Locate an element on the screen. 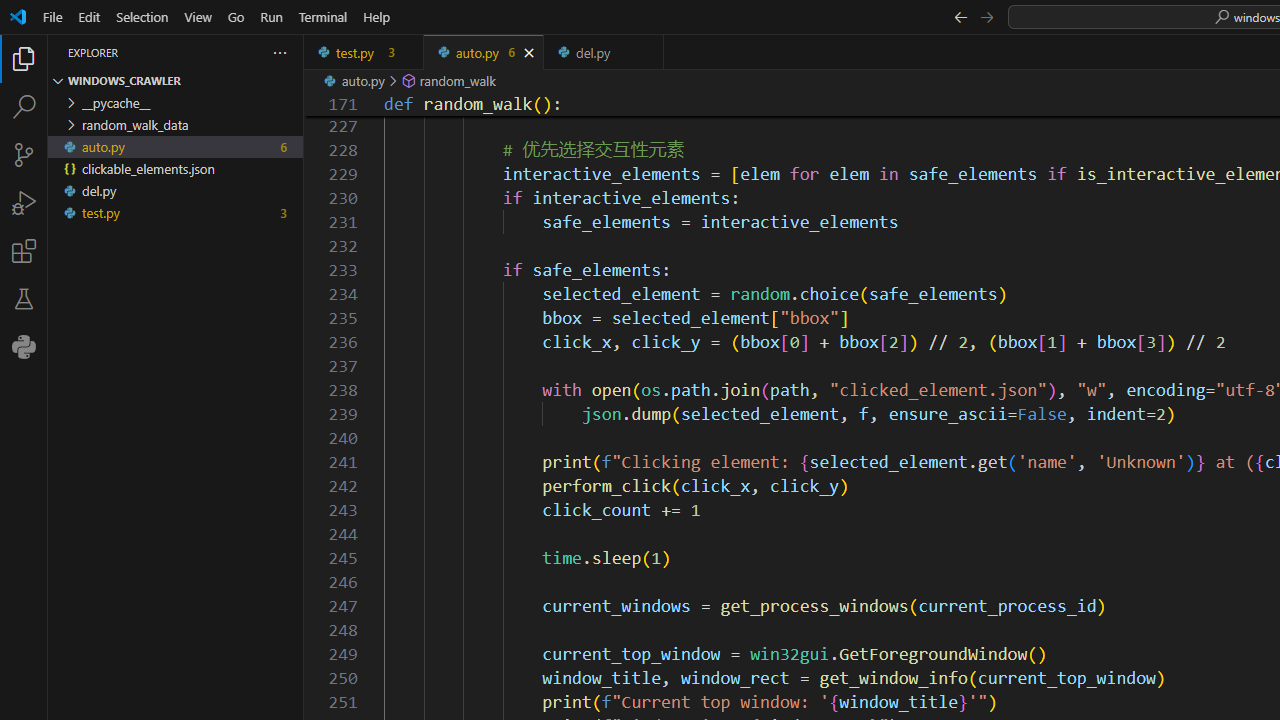 The height and width of the screenshot is (720, 1280). 'Terminal' is located at coordinates (323, 16).